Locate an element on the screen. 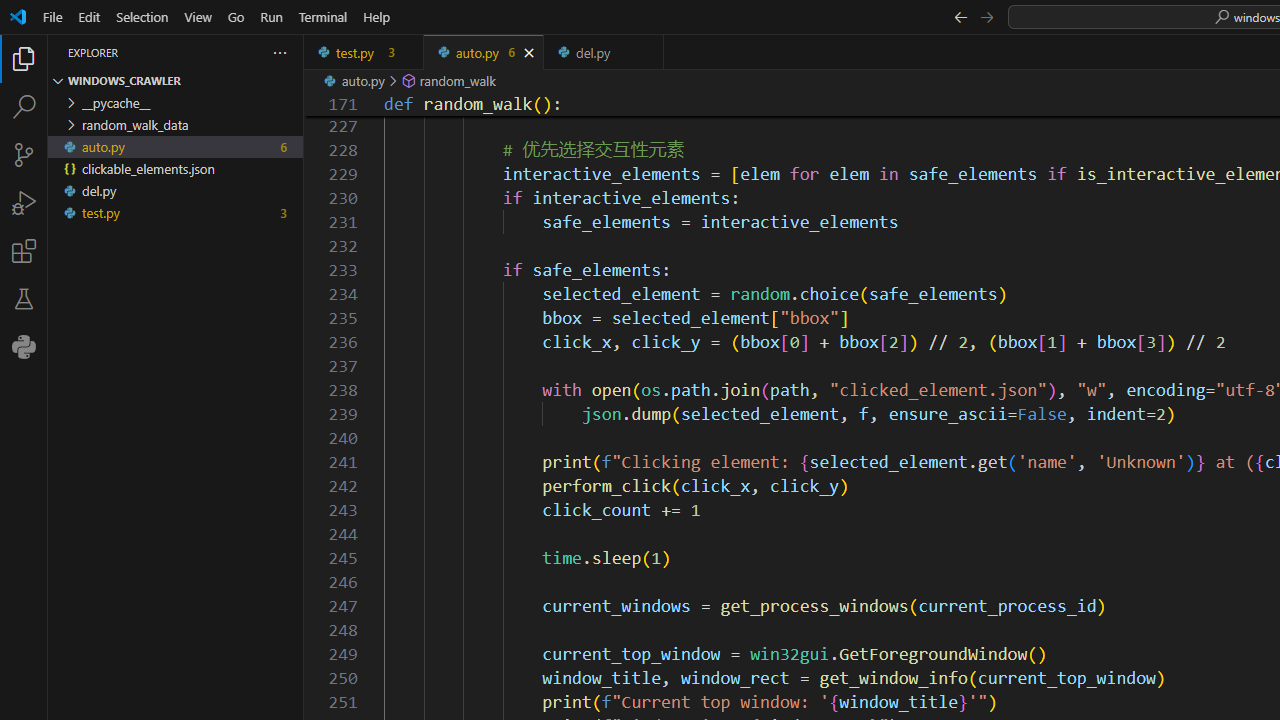 The height and width of the screenshot is (720, 1280). 'Terminal' is located at coordinates (323, 16).